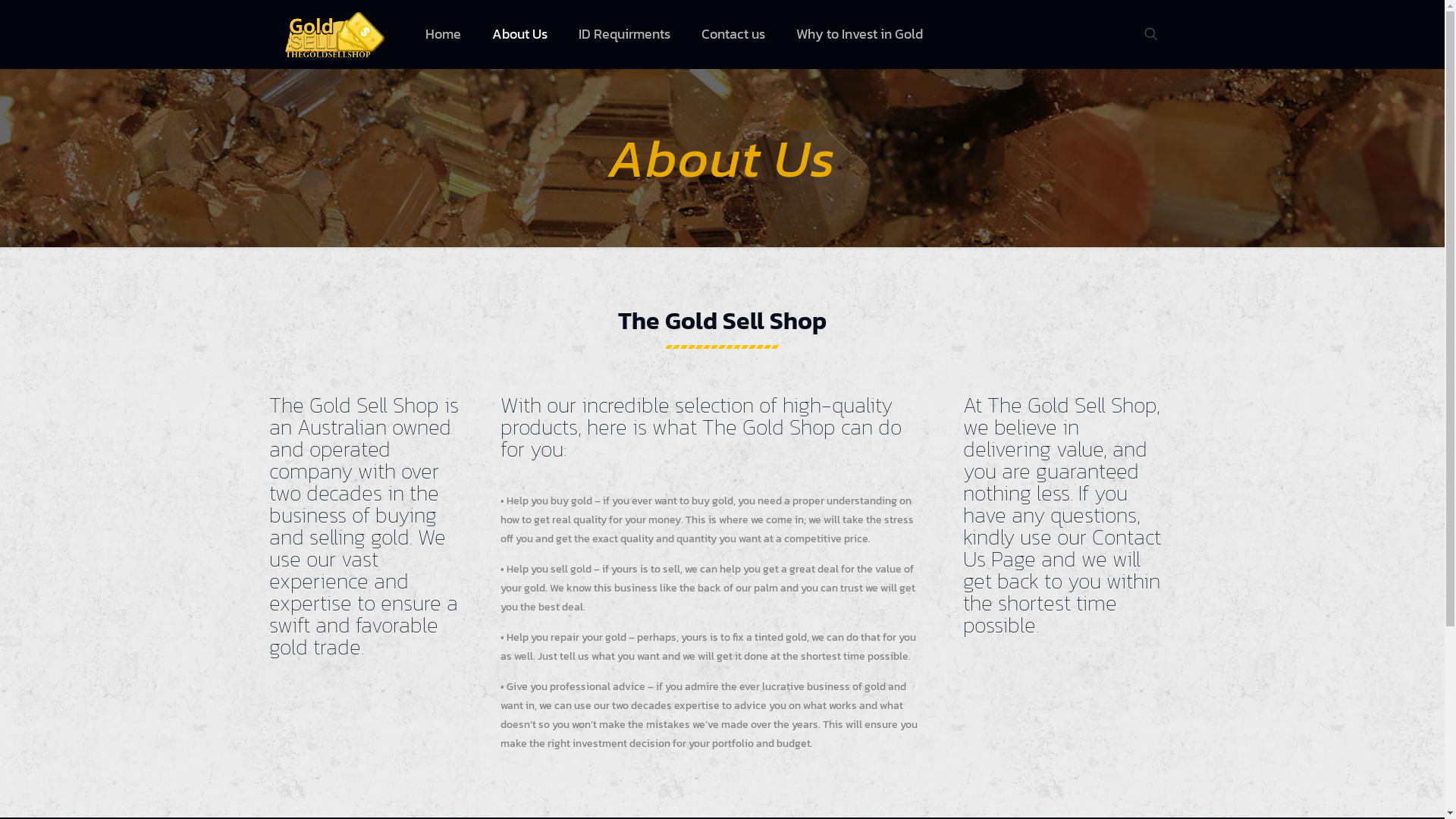 Image resolution: width=1456 pixels, height=819 pixels. Describe the element at coordinates (625, 34) in the screenshot. I see `'ID Requirments'` at that location.